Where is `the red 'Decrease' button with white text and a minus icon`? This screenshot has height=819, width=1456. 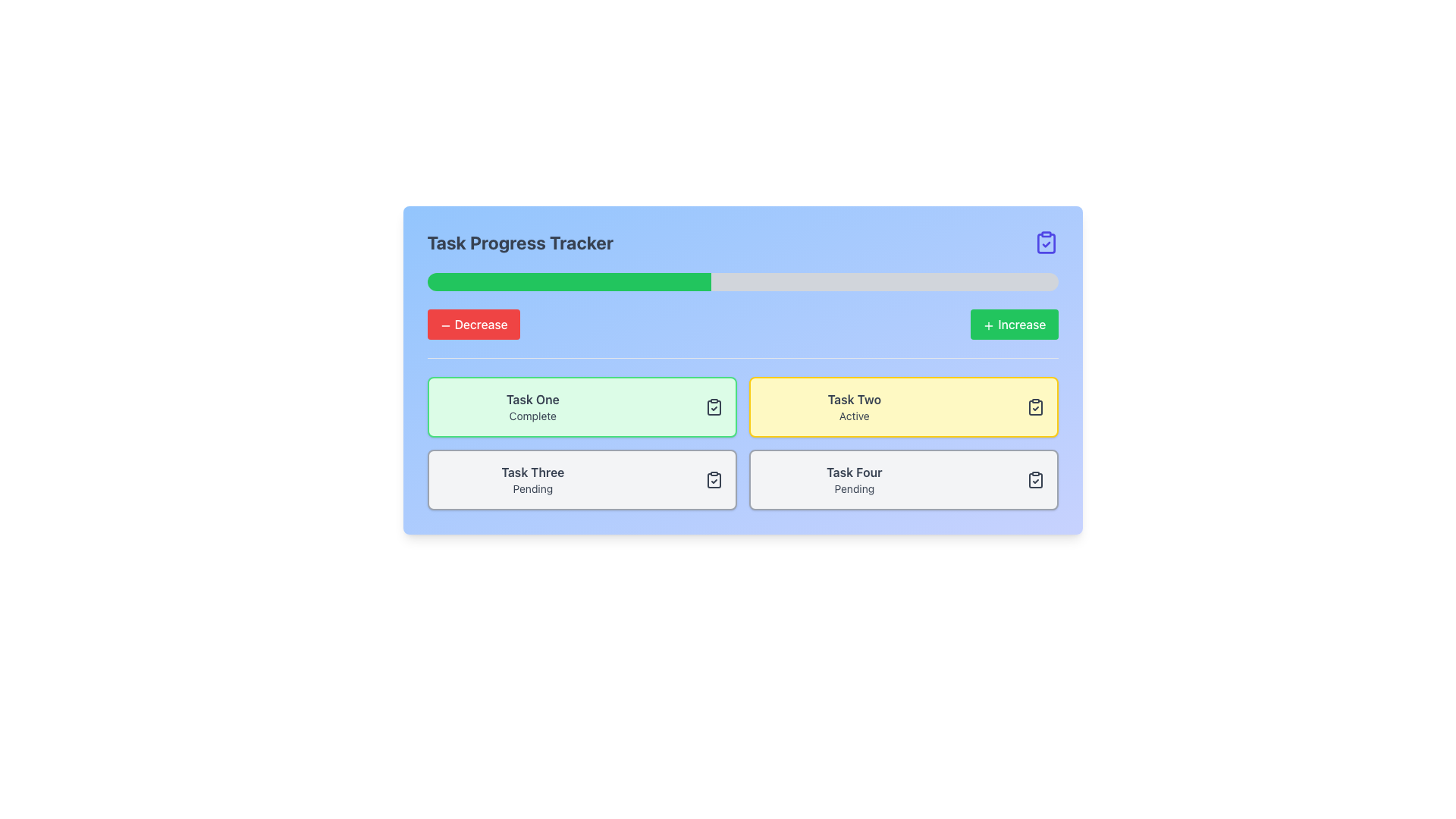
the red 'Decrease' button with white text and a minus icon is located at coordinates (472, 324).